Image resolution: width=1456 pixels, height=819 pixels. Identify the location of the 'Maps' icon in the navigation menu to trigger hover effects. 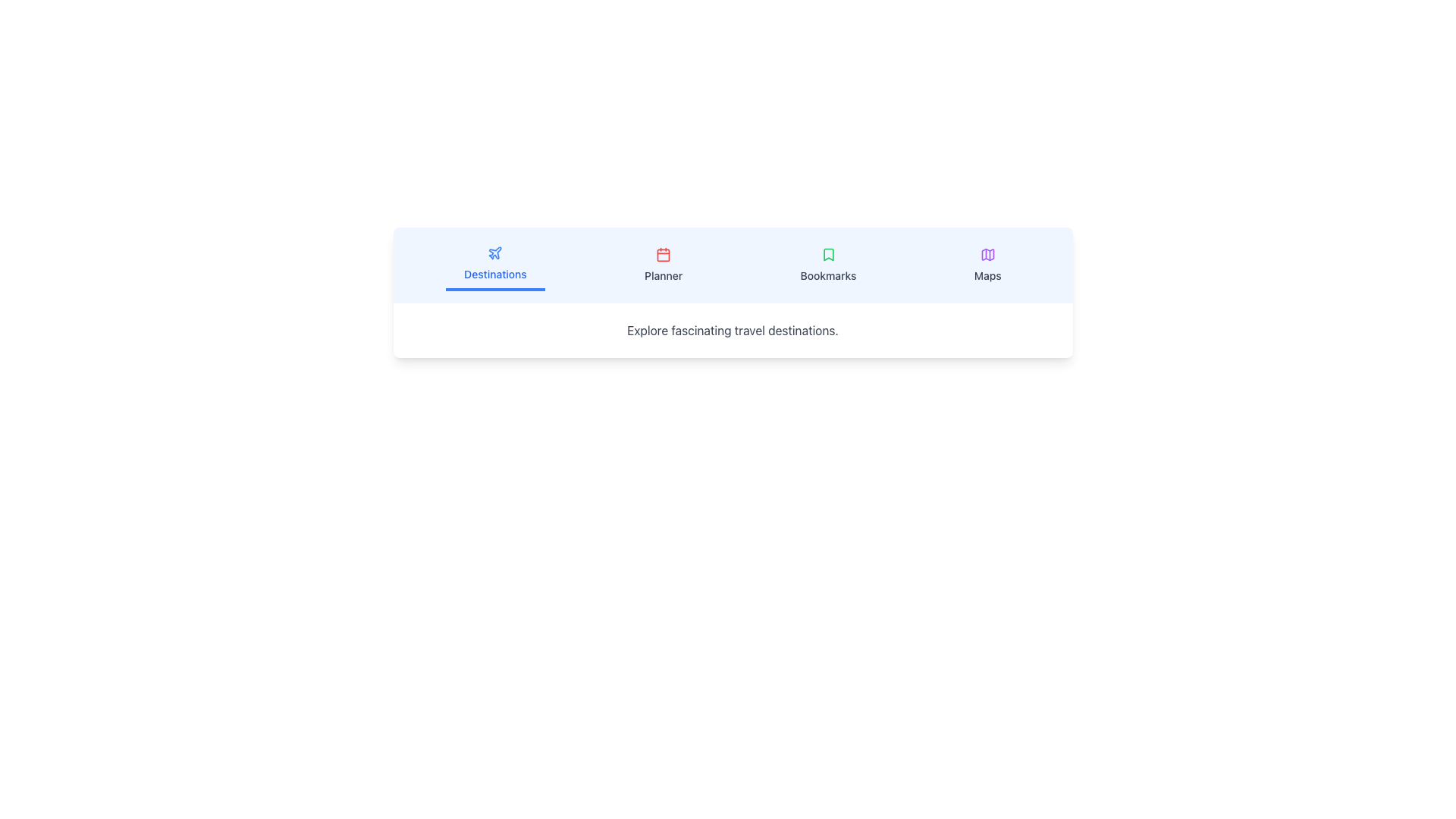
(987, 253).